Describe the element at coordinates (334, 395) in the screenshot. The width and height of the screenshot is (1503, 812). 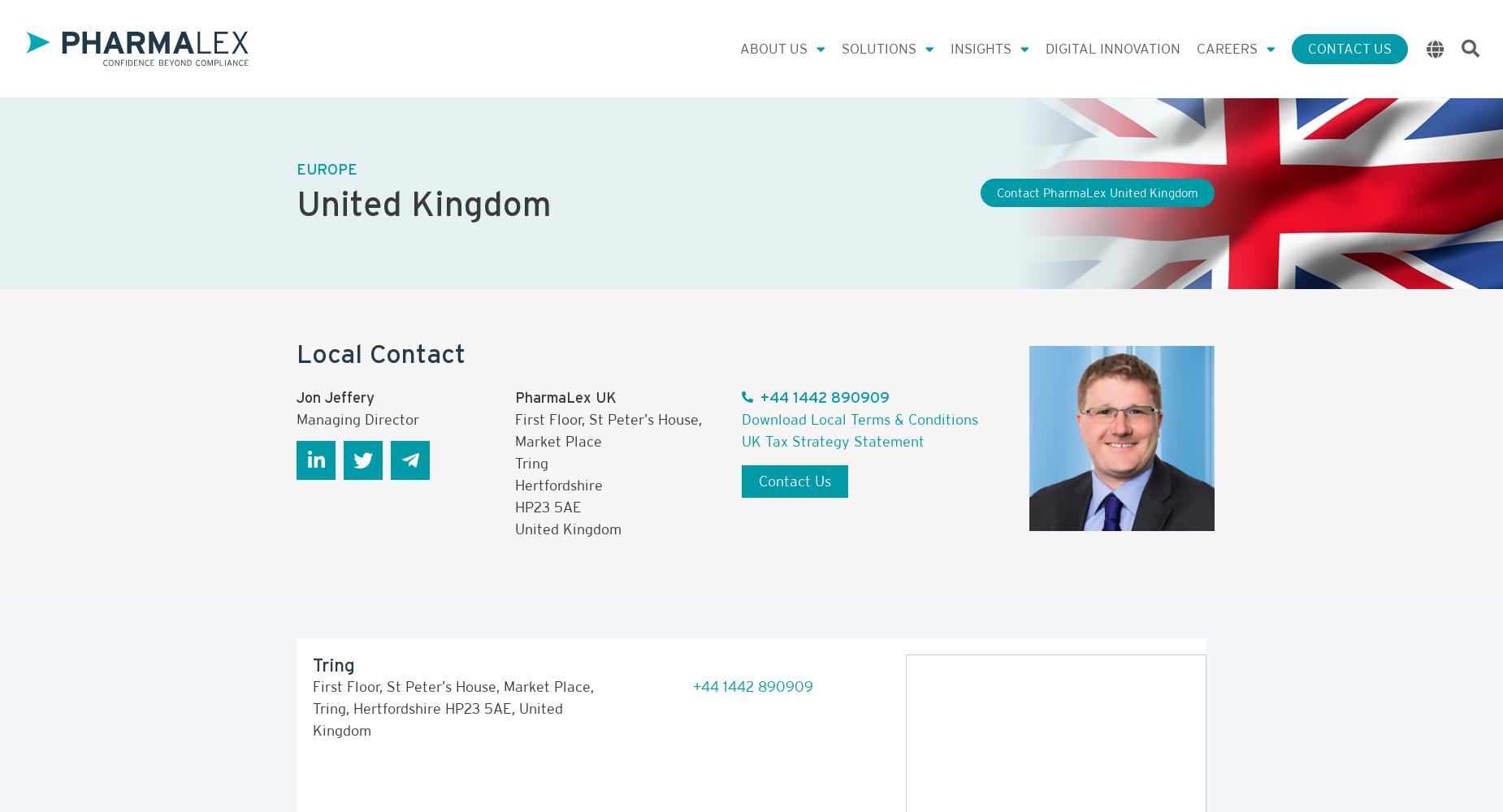
I see `'Jon Jeffery'` at that location.